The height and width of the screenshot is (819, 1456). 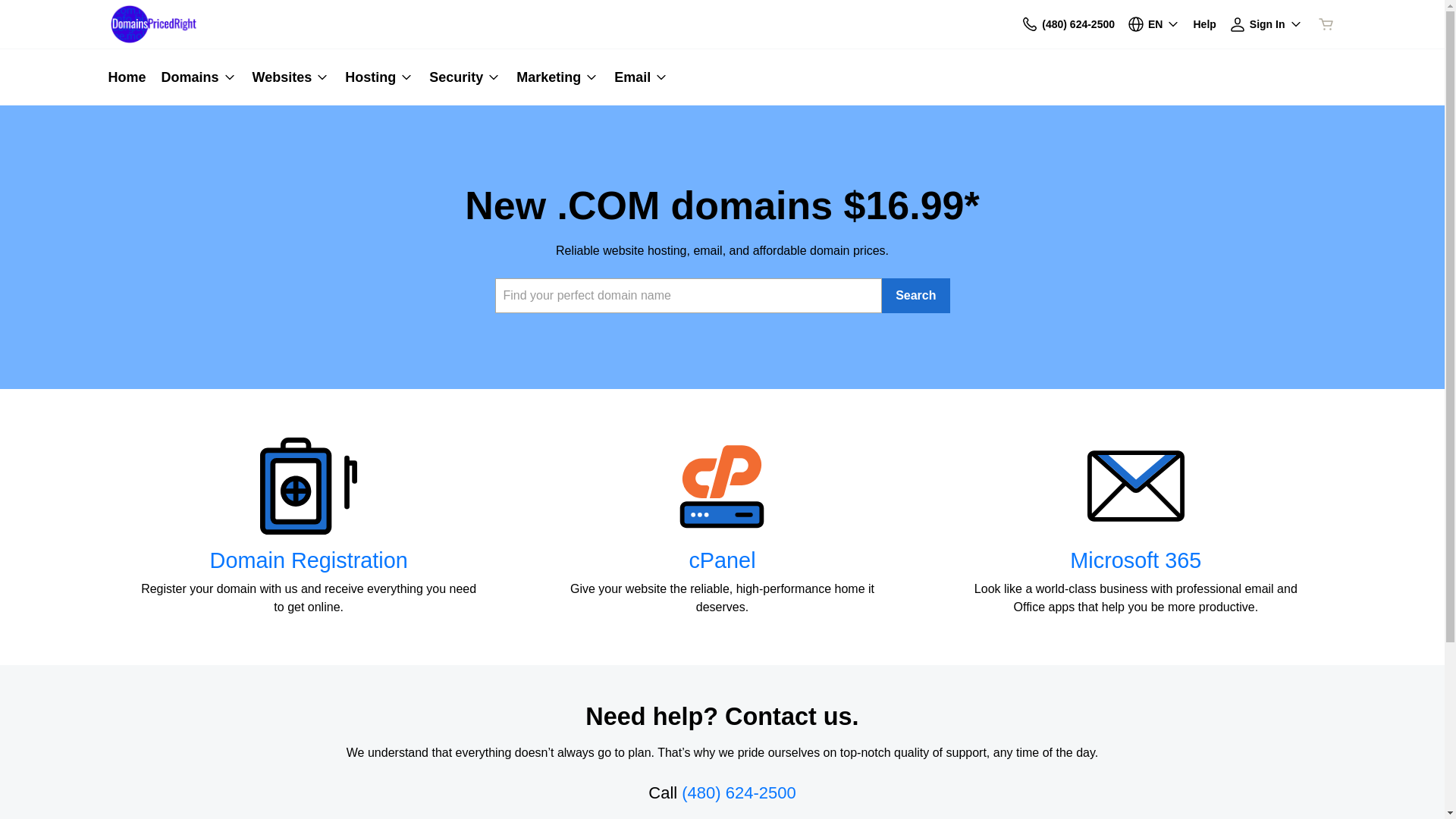 What do you see at coordinates (557, 77) in the screenshot?
I see `'Marketing'` at bounding box center [557, 77].